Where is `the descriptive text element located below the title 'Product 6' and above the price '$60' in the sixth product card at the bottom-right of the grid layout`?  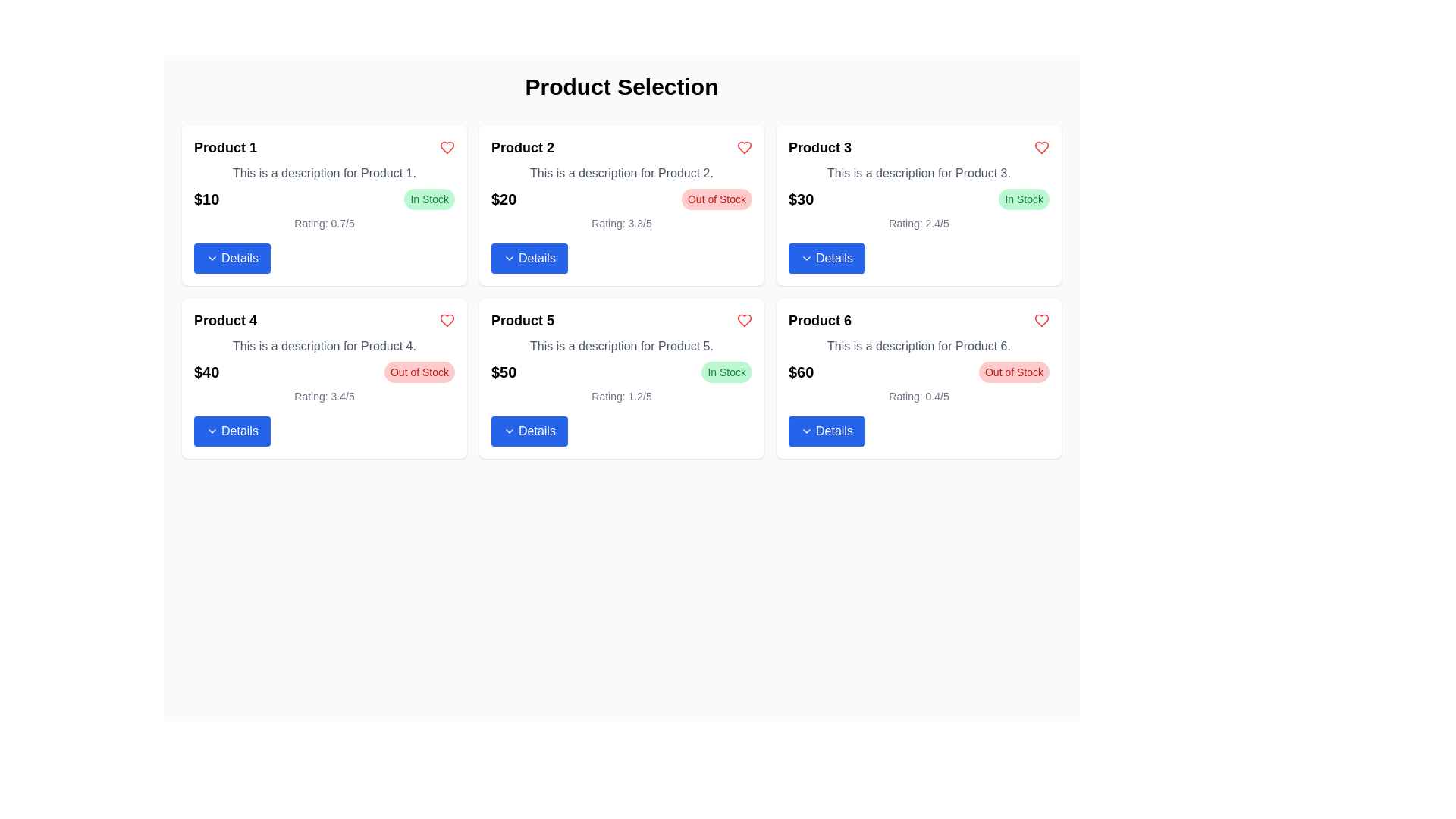
the descriptive text element located below the title 'Product 6' and above the price '$60' in the sixth product card at the bottom-right of the grid layout is located at coordinates (918, 346).